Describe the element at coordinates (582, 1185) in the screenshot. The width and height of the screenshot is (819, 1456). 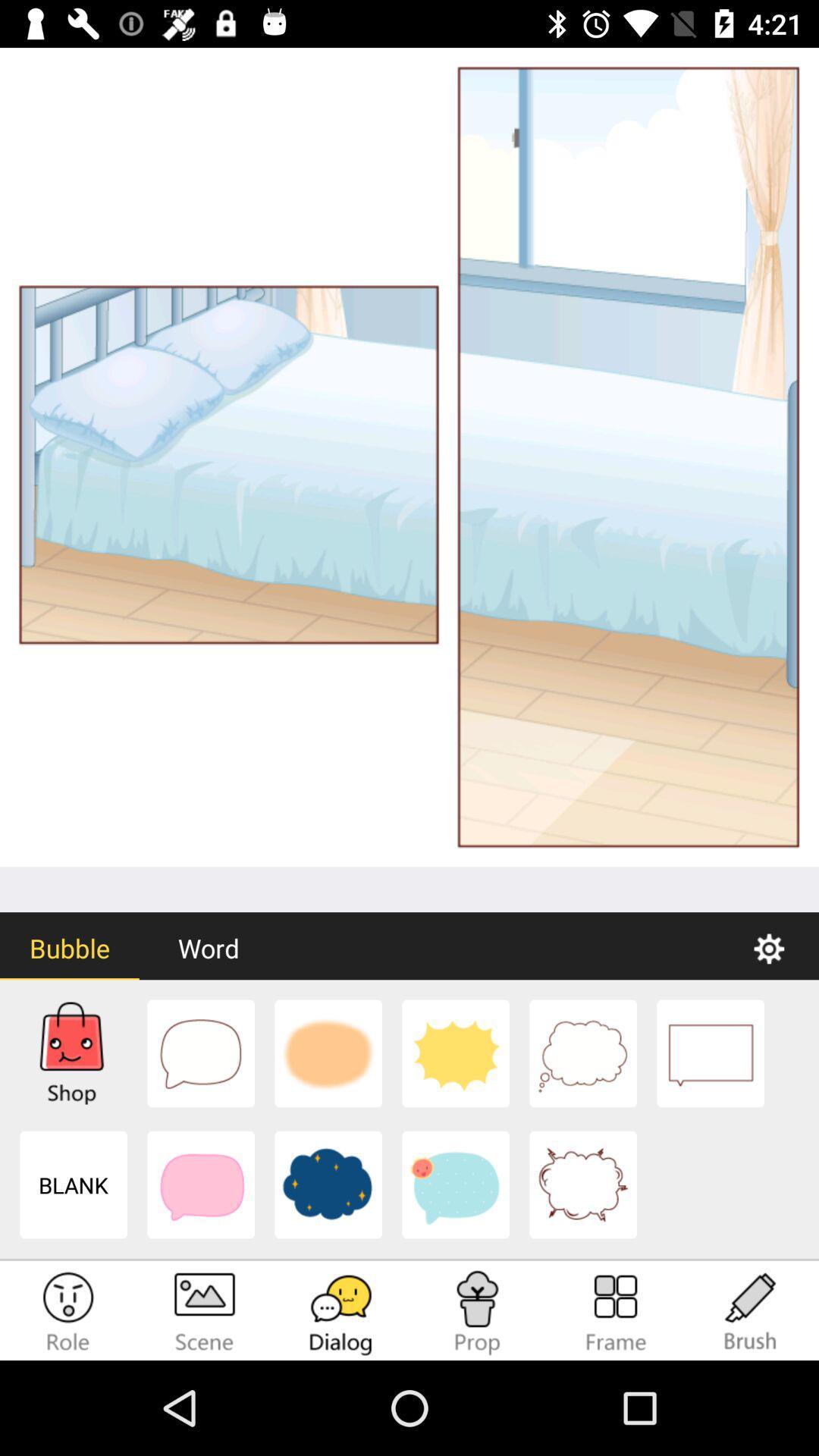
I see `last picture at the bottom` at that location.